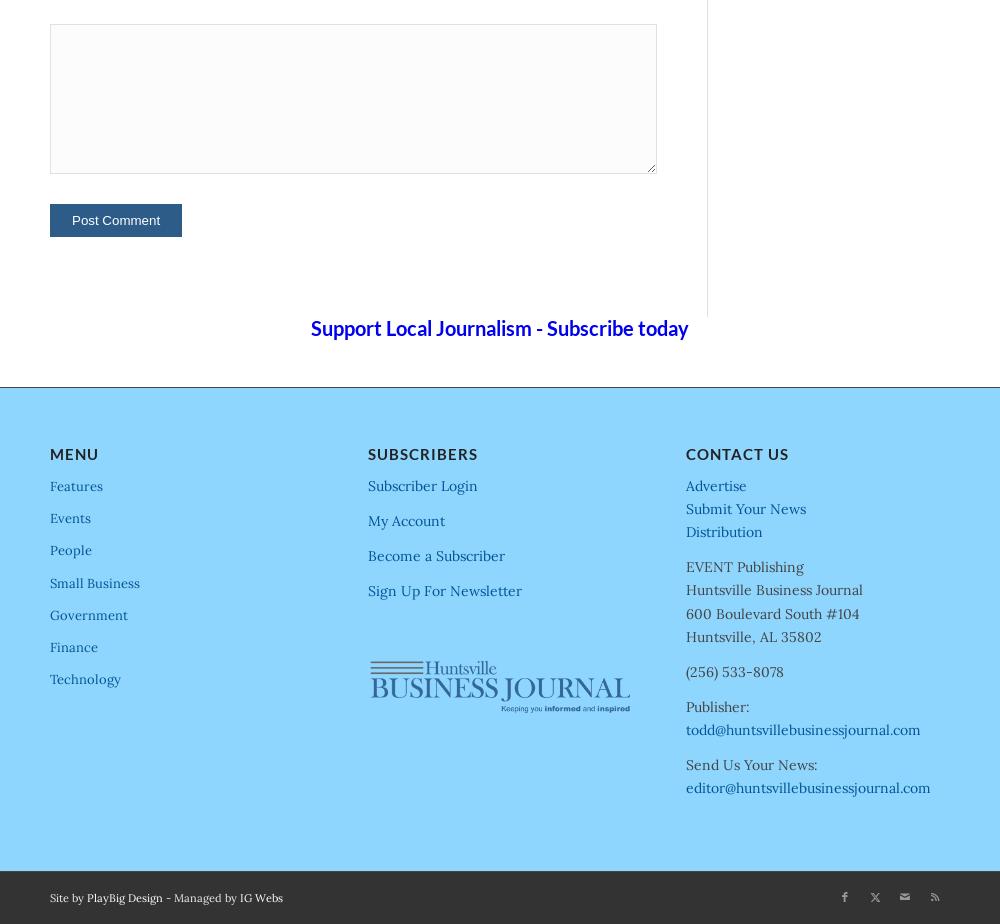 The width and height of the screenshot is (1000, 924). Describe the element at coordinates (744, 566) in the screenshot. I see `'EVENT Publishing'` at that location.